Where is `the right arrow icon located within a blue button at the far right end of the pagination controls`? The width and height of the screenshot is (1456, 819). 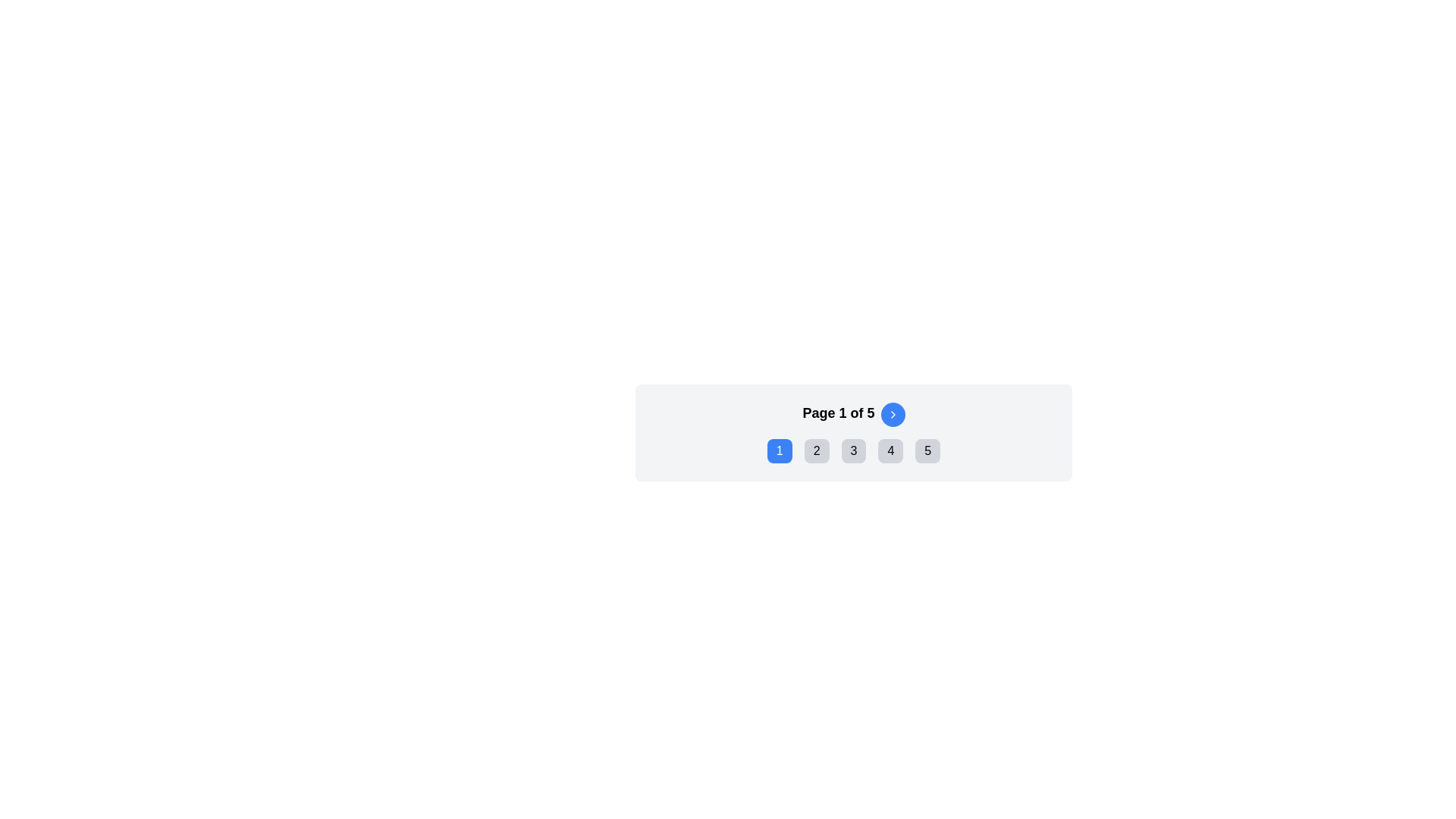 the right arrow icon located within a blue button at the far right end of the pagination controls is located at coordinates (893, 415).